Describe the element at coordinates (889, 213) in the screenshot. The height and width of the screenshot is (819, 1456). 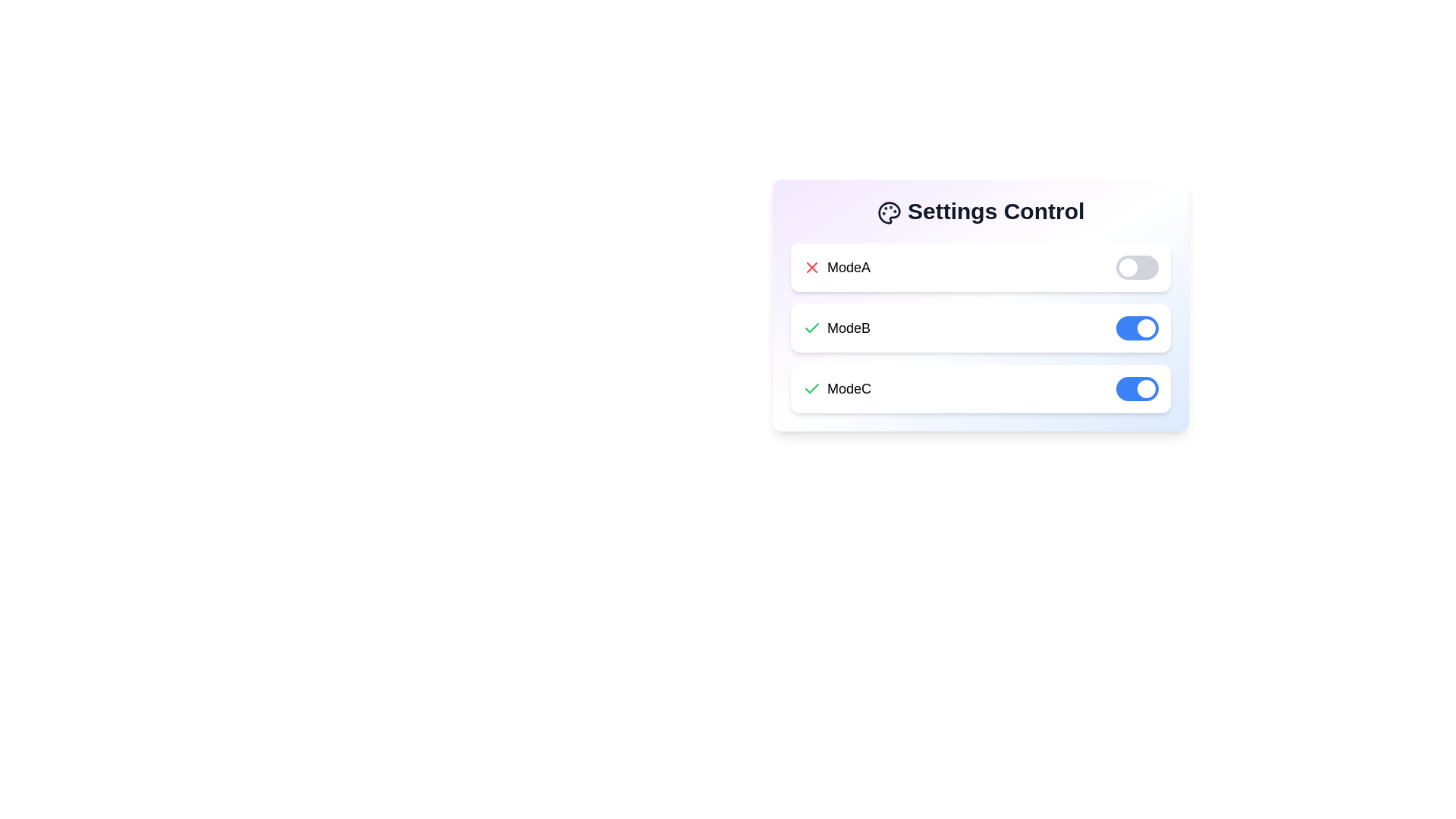
I see `the minimalist, black line-drawn palette icon located to the left of the 'Settings Control' title in the header section` at that location.